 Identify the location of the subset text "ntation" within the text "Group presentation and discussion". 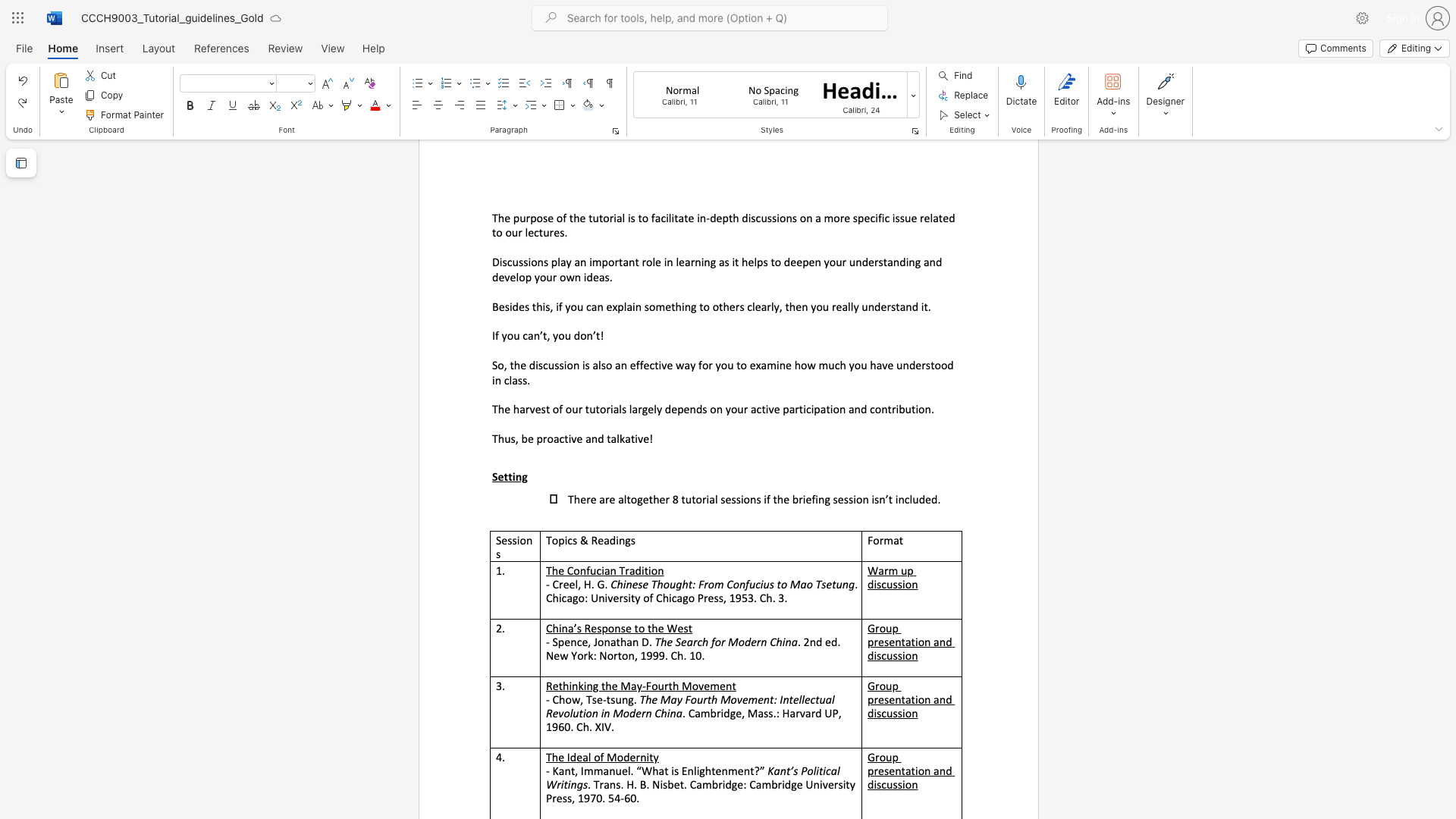
(895, 770).